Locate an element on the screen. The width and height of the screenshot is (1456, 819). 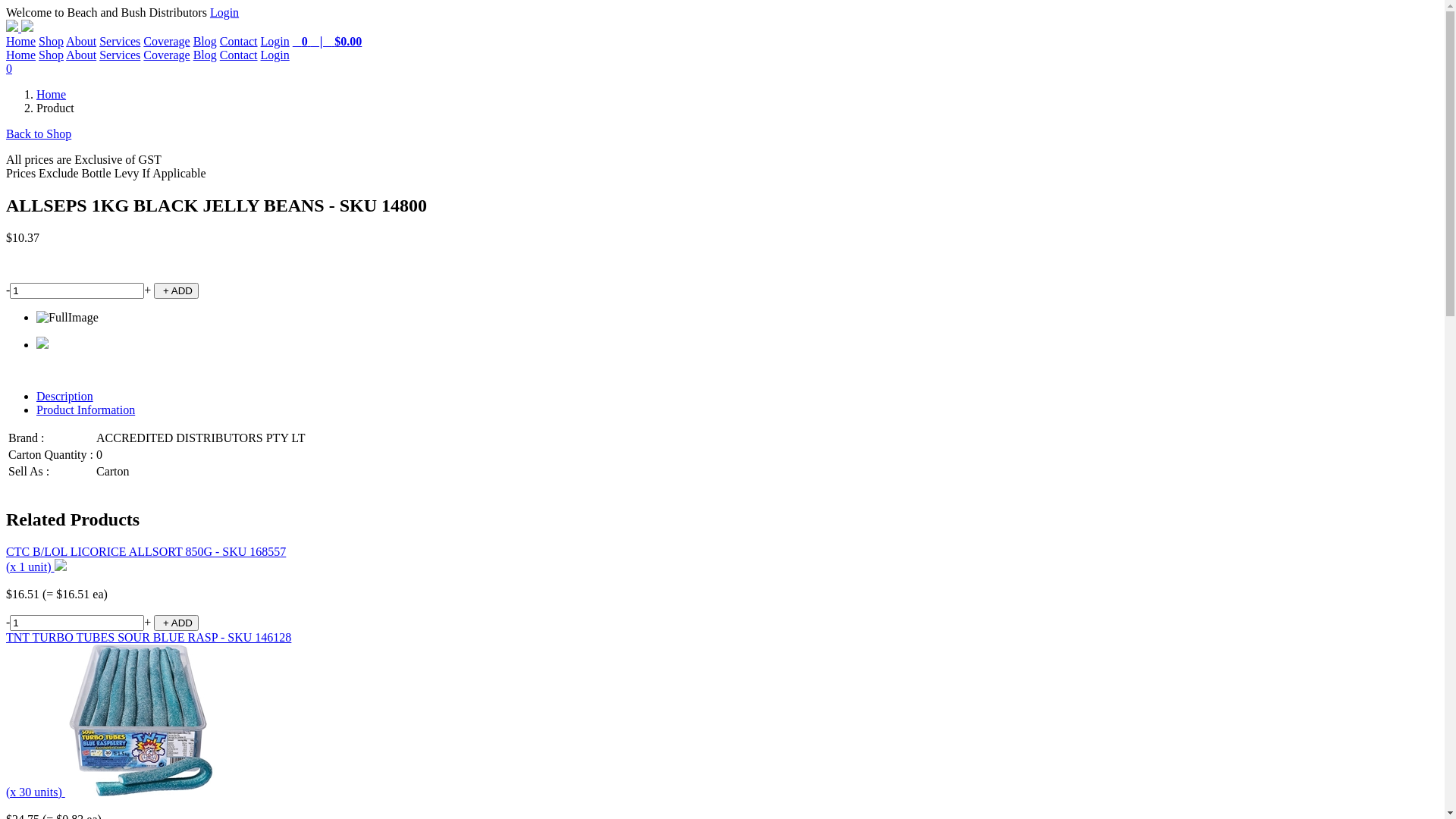
'Description' is located at coordinates (64, 395).